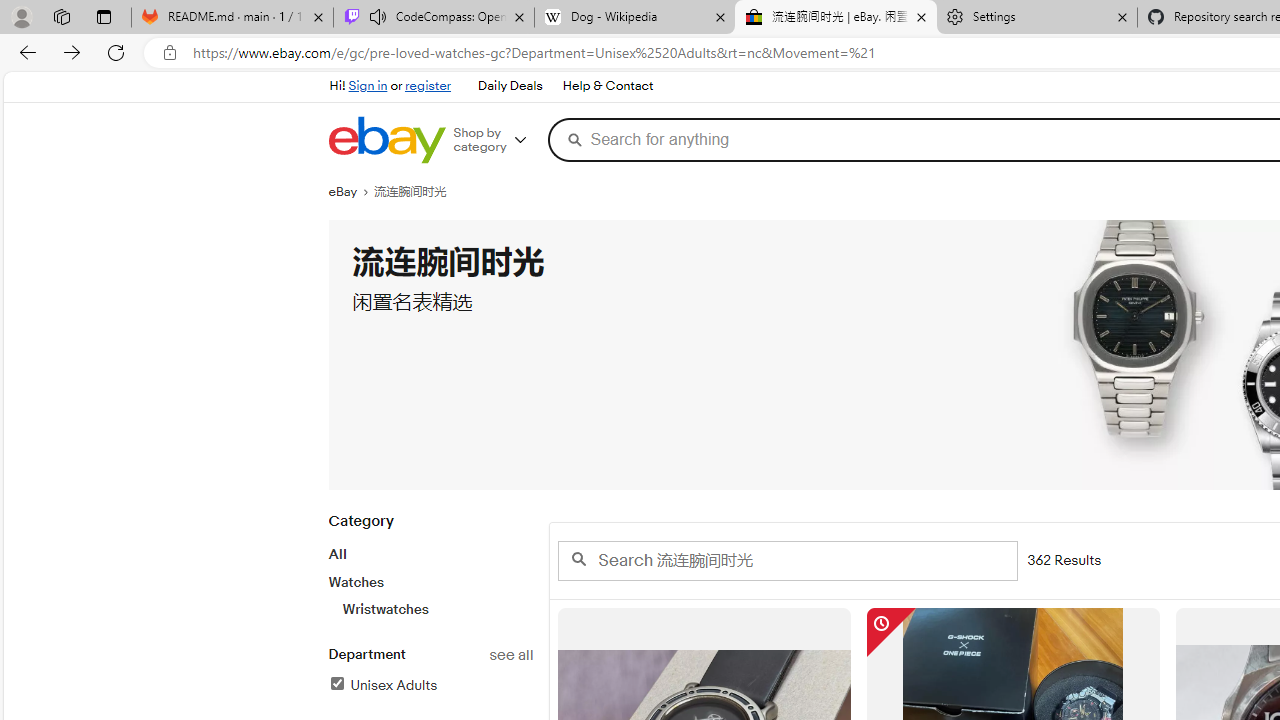 The width and height of the screenshot is (1280, 720). I want to click on 'Help & Contact', so click(607, 86).